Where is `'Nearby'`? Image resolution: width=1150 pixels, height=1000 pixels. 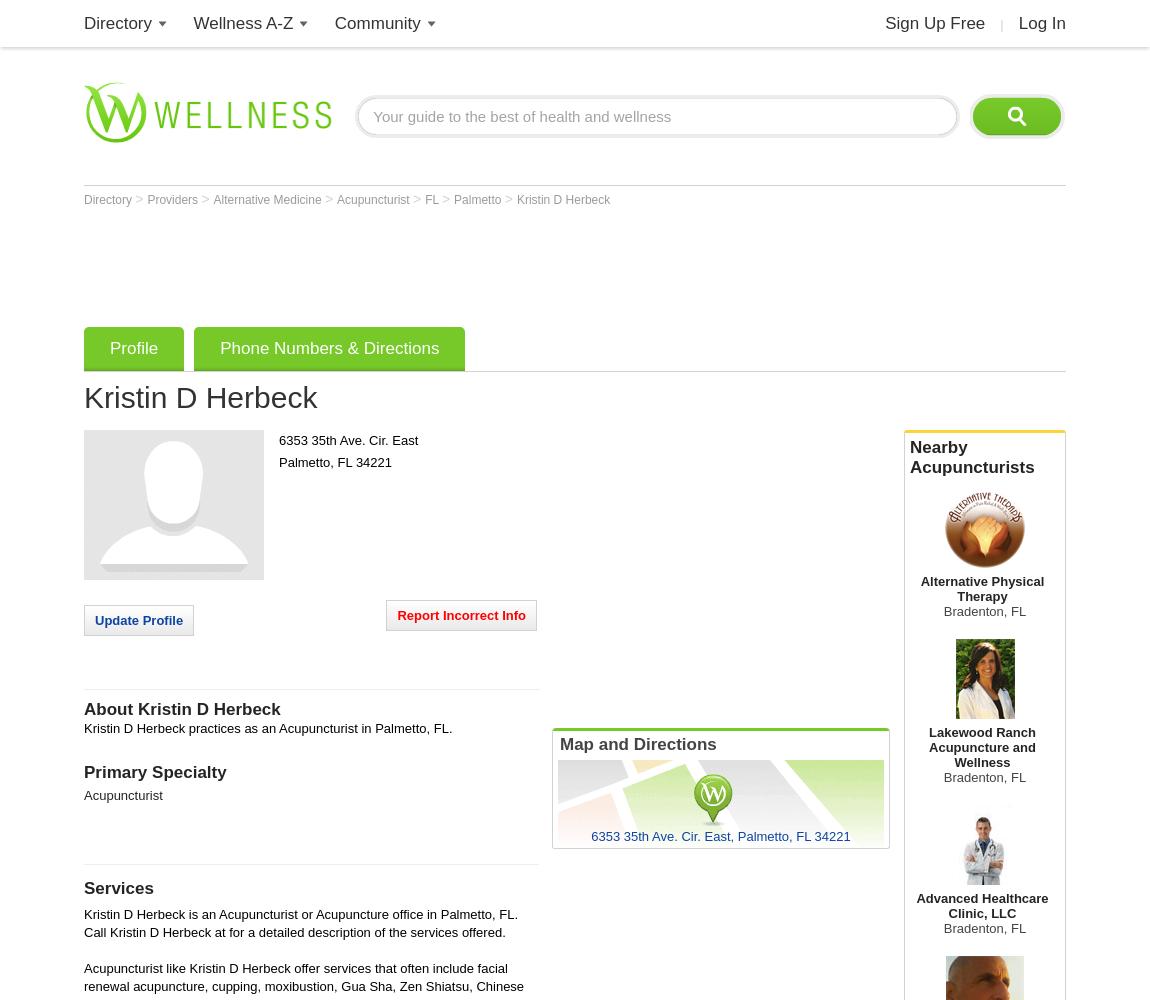 'Nearby' is located at coordinates (938, 446).